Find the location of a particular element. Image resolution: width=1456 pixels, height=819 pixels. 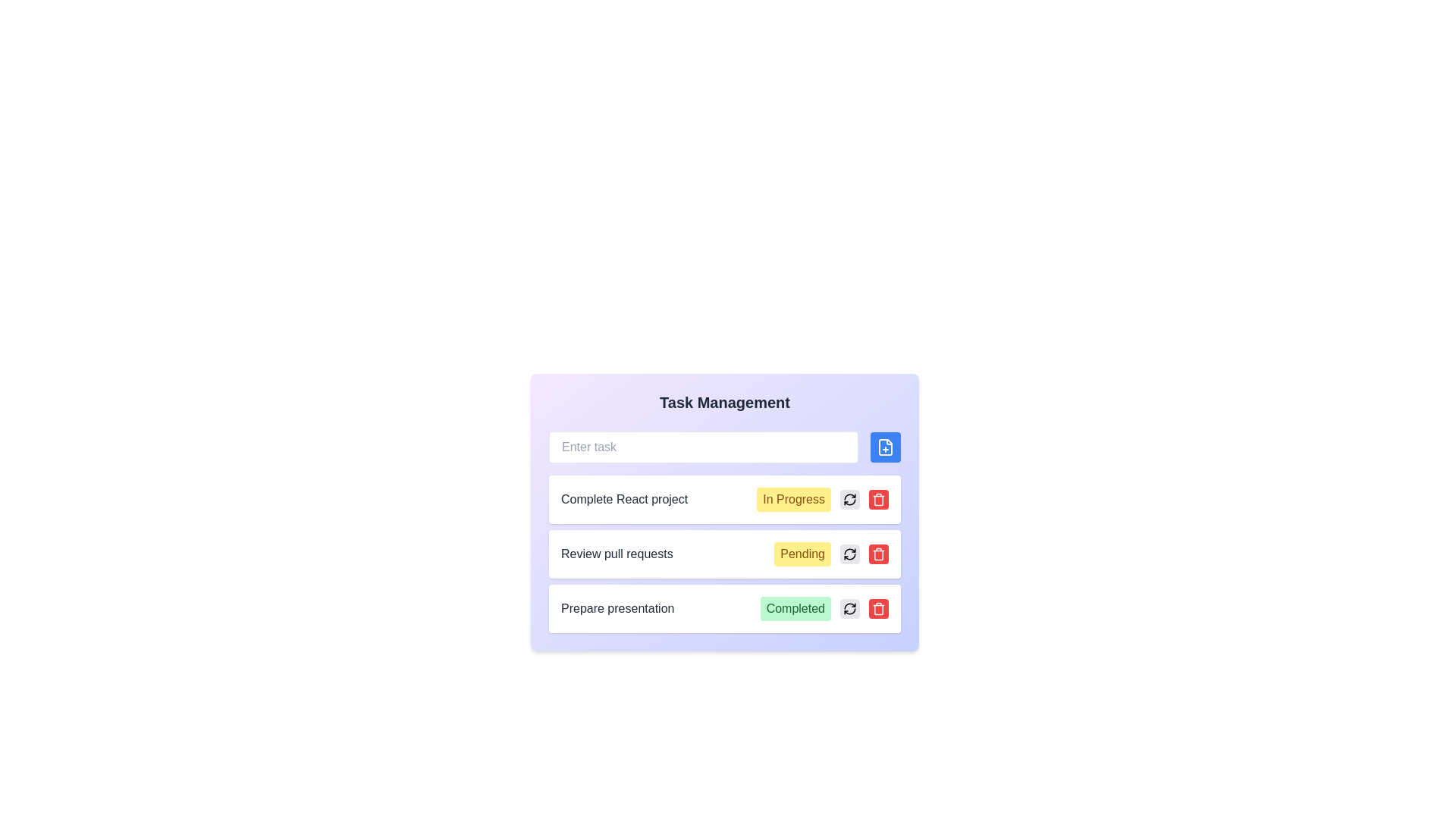

the status indicator label displaying 'Pending' for the task 'Review pull requests', which is centrally aligned in the task row between the main text and the icons is located at coordinates (802, 554).